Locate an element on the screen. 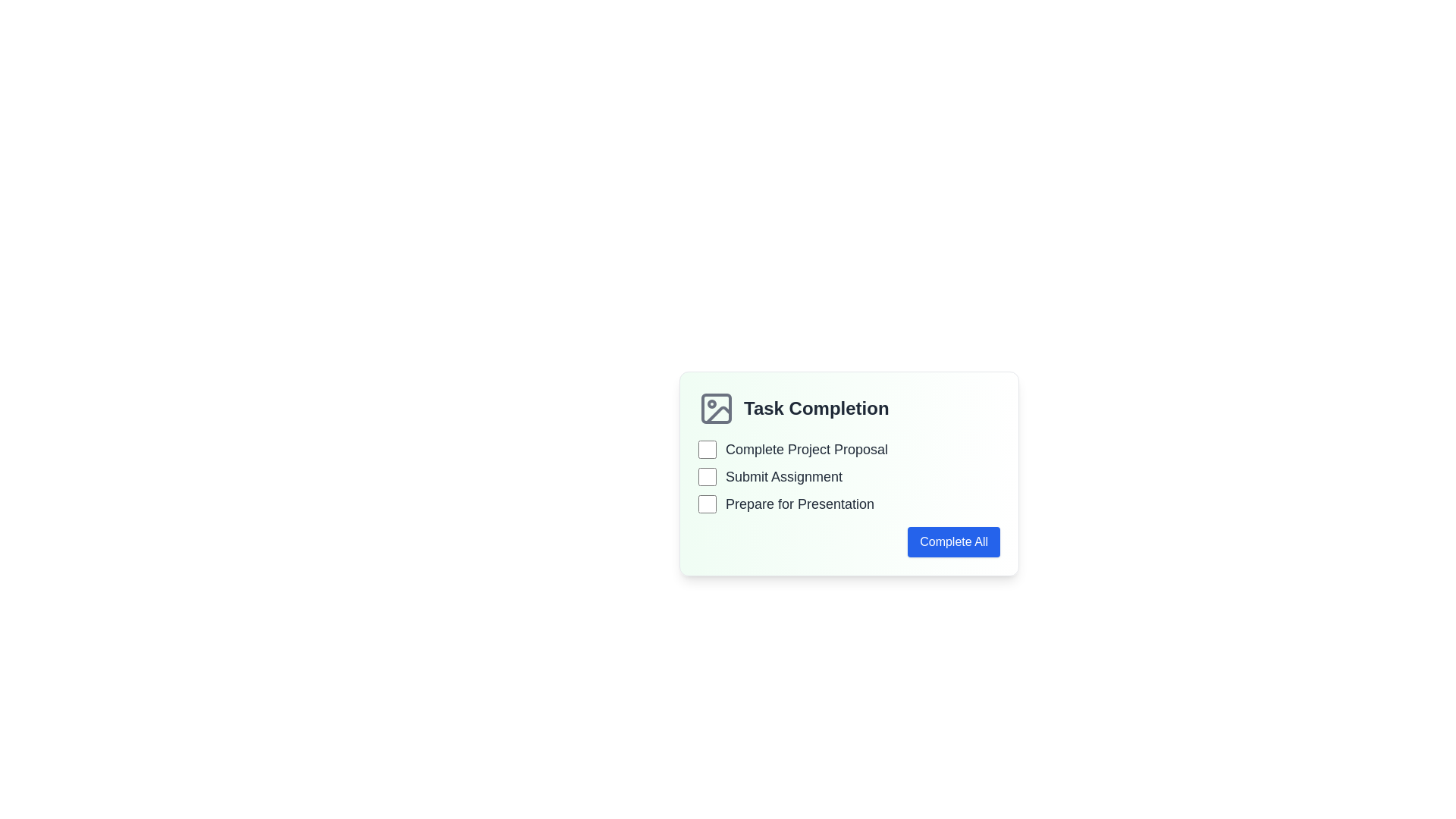 The image size is (1456, 819). the checkbox associated with the 'Submit Assignment' task is located at coordinates (706, 475).